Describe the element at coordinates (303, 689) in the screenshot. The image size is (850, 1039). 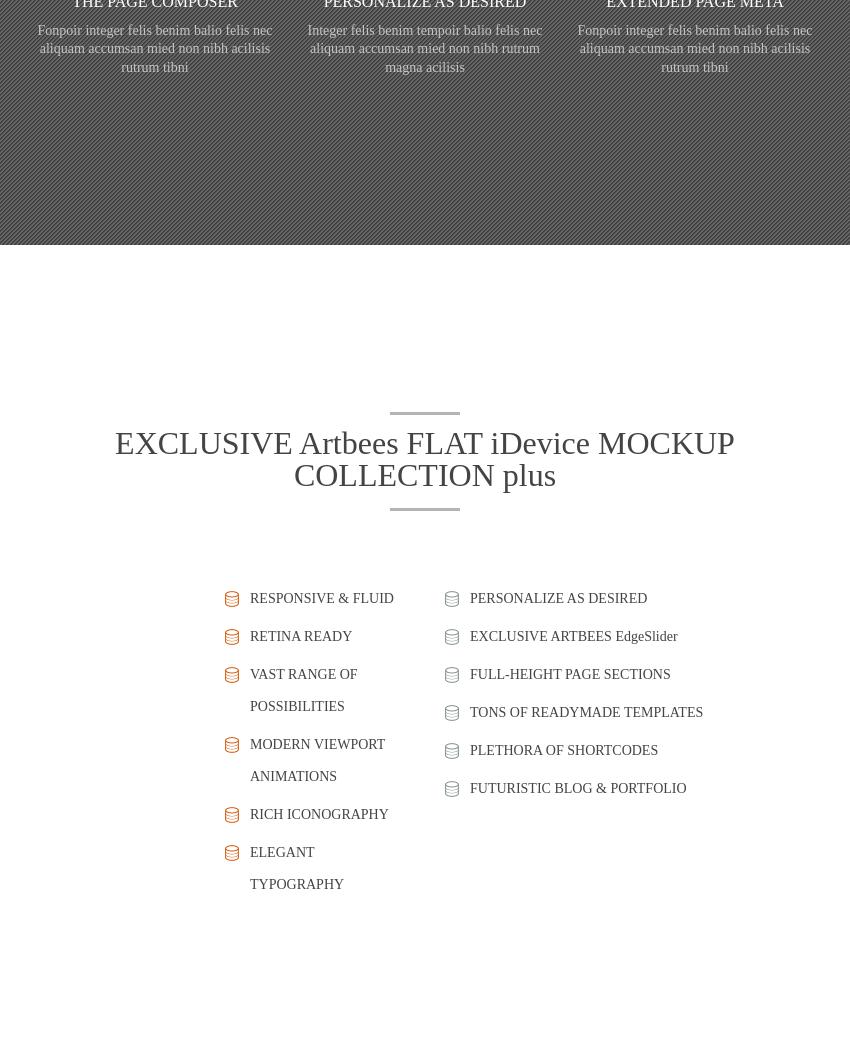
I see `'VAST RANGE OF POSSIBILITIES'` at that location.